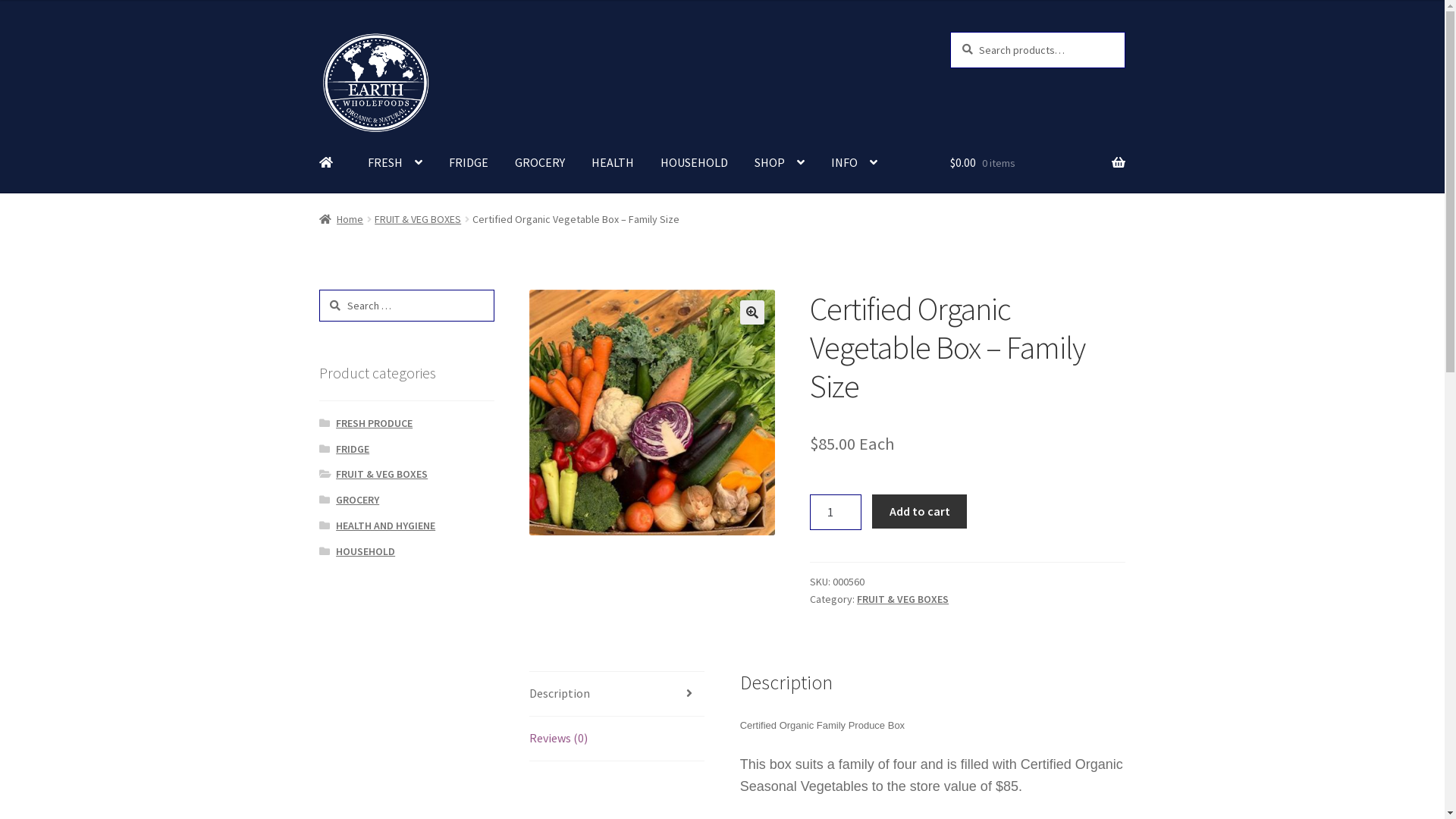 The width and height of the screenshot is (1456, 819). I want to click on 'HEALTH AND HYGIENE', so click(385, 525).